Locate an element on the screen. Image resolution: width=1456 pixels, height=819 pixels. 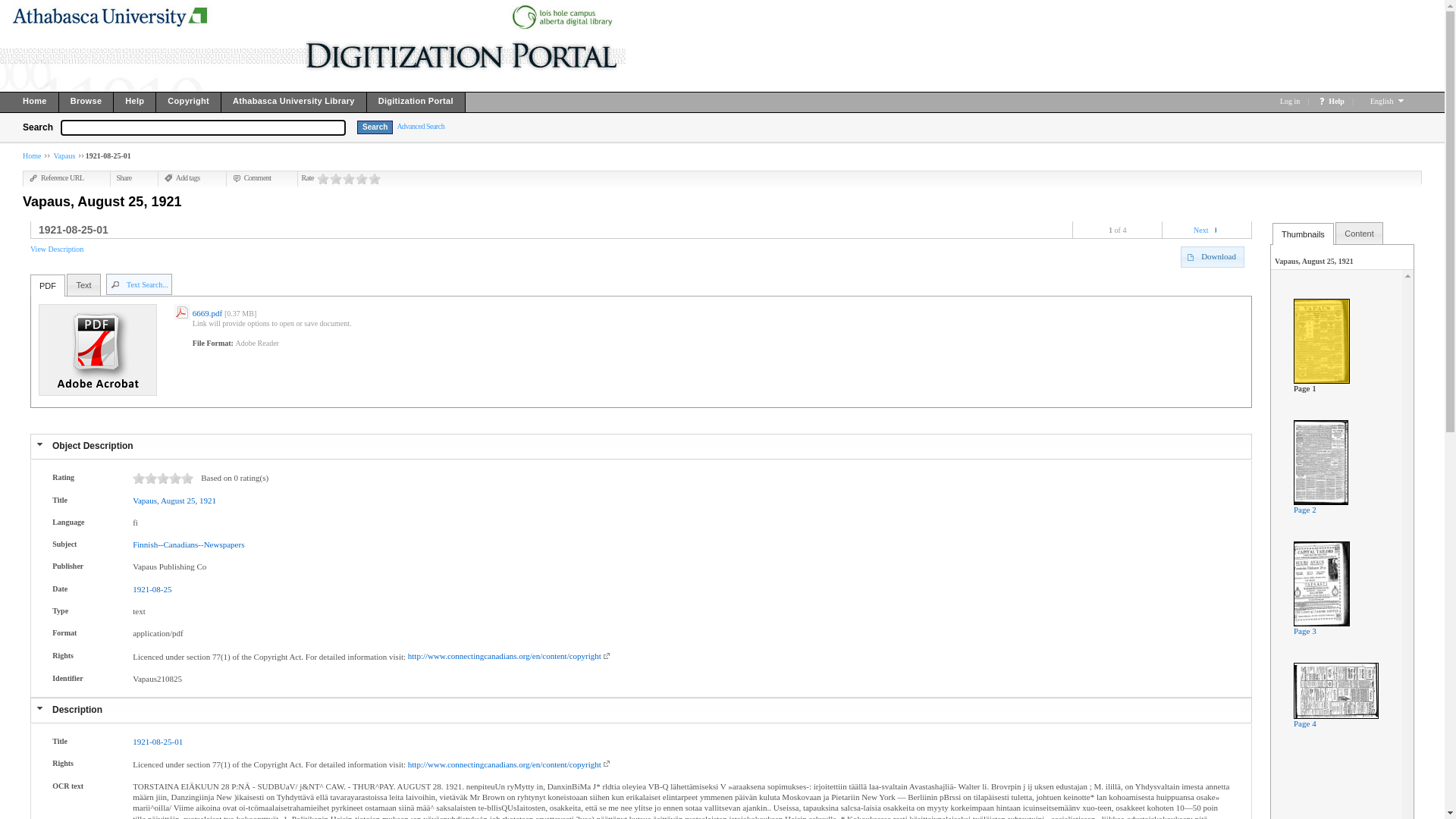
'Comment' is located at coordinates (252, 177).